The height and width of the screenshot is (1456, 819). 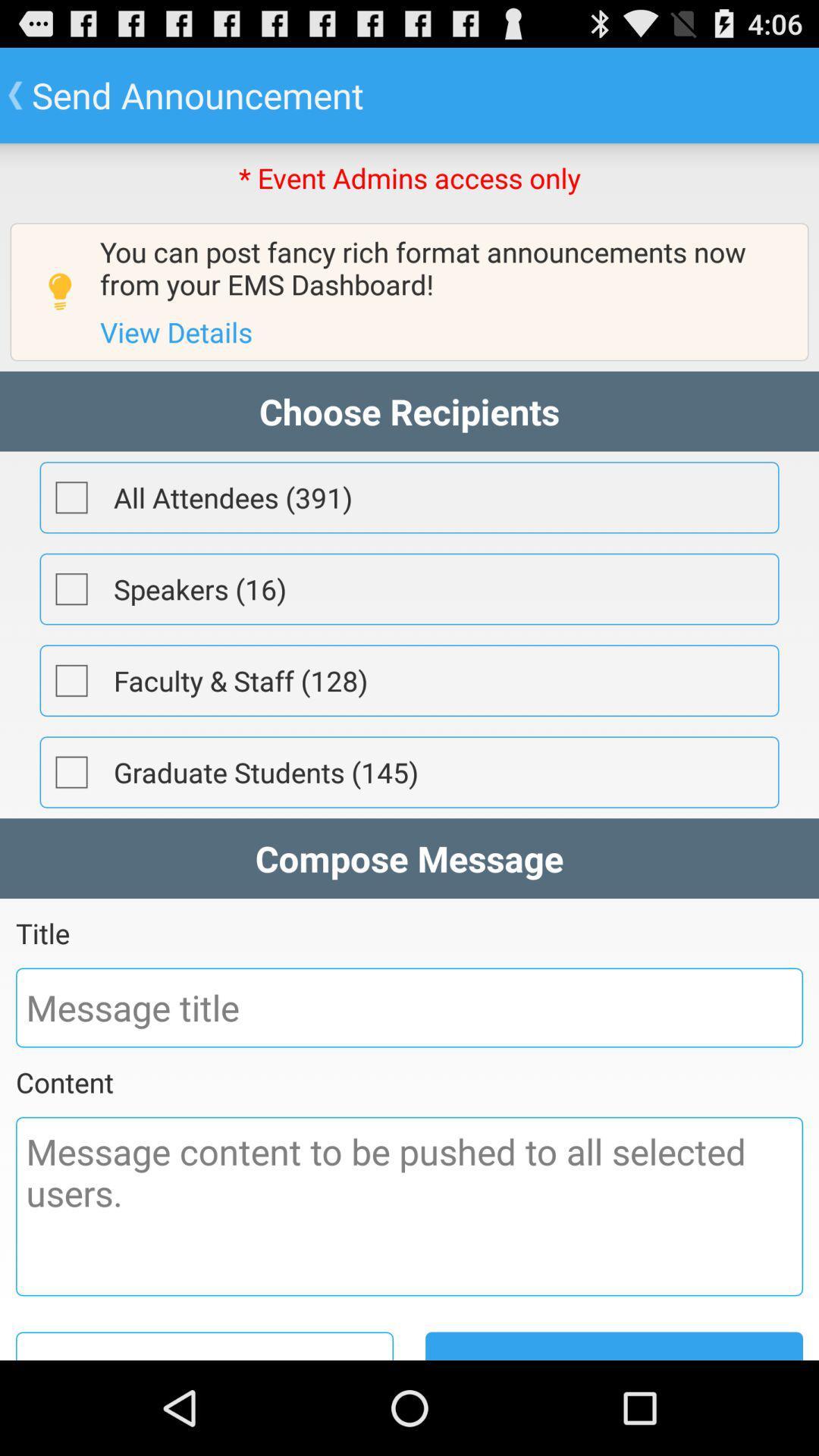 I want to click on save, so click(x=205, y=1346).